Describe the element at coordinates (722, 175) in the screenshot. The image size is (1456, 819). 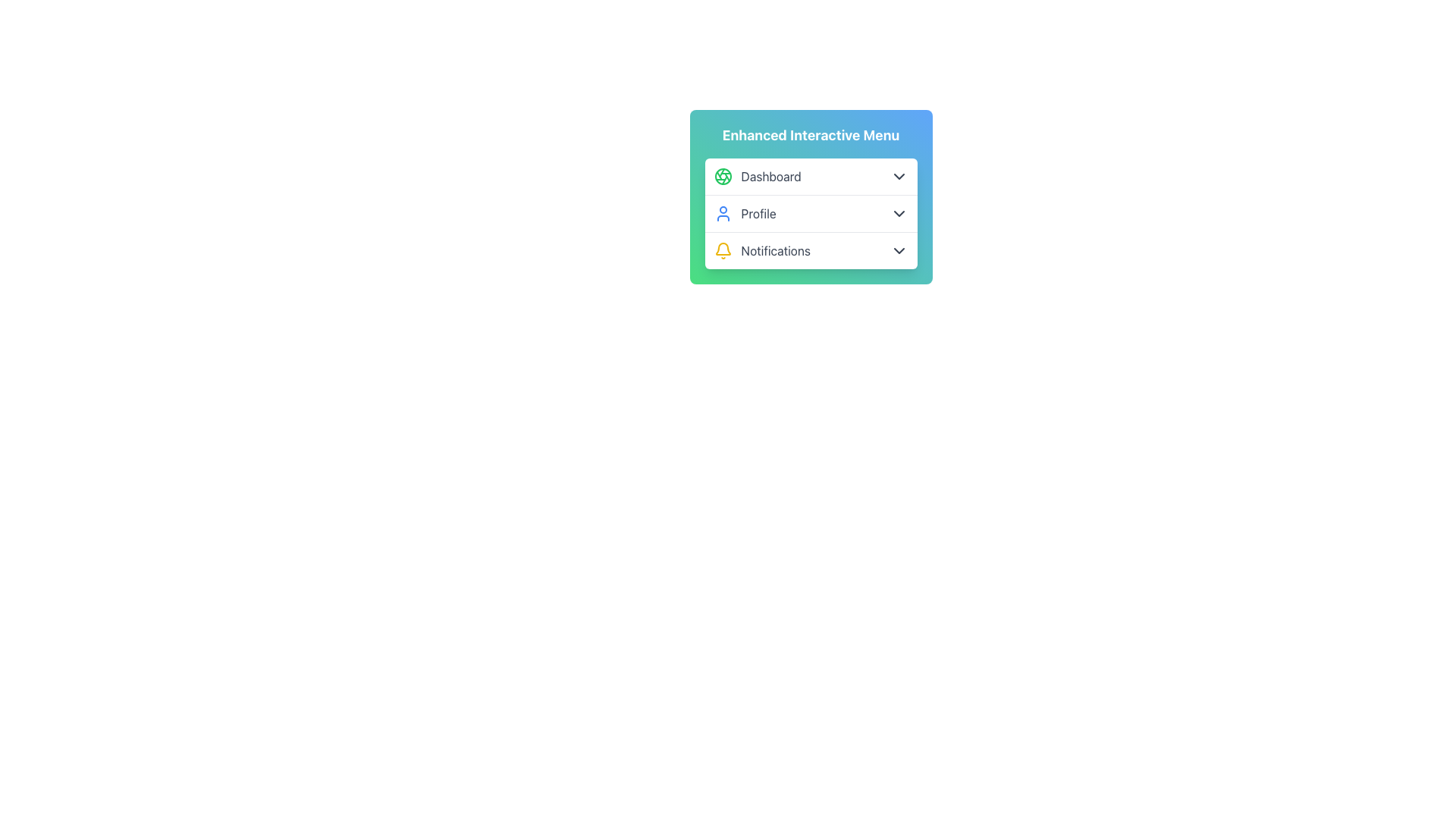
I see `the circular part of the SVG icon that represents a stylized aperture design, located near the top-center region of the icon` at that location.